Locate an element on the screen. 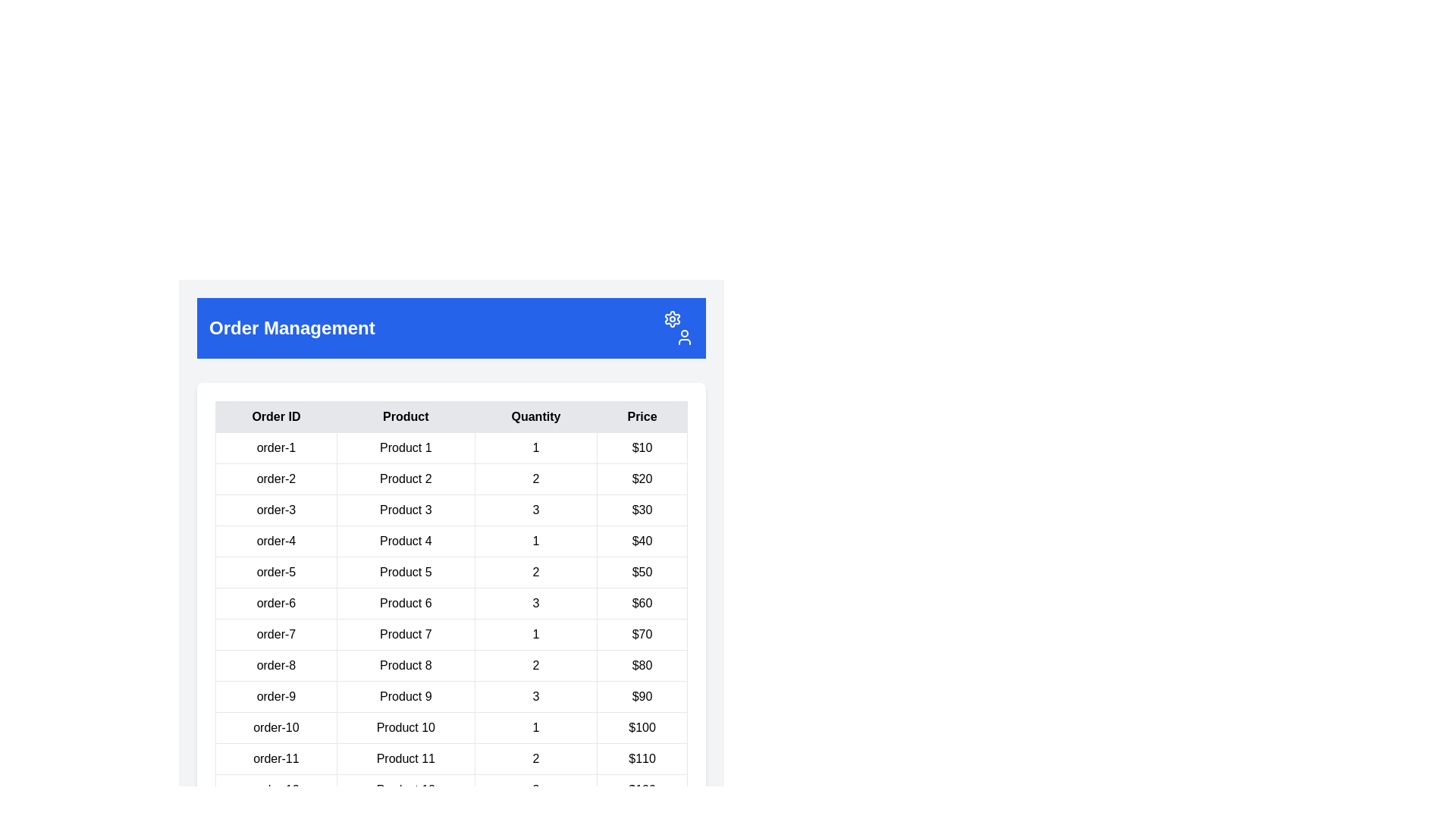  the static text label displaying 'Product 4' within a bordered box in the fourth row of the table is located at coordinates (406, 540).